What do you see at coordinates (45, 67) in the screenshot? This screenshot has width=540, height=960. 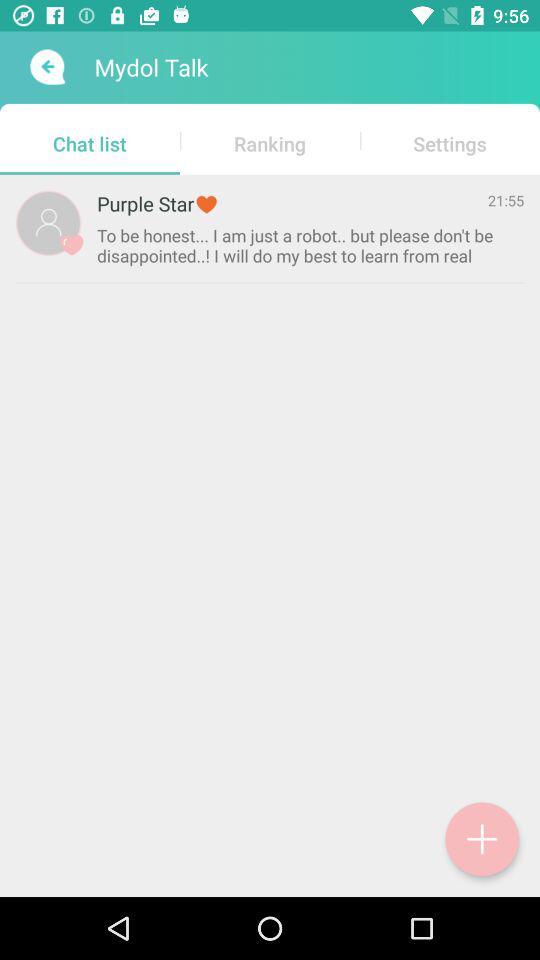 I see `the item above the chat list item` at bounding box center [45, 67].